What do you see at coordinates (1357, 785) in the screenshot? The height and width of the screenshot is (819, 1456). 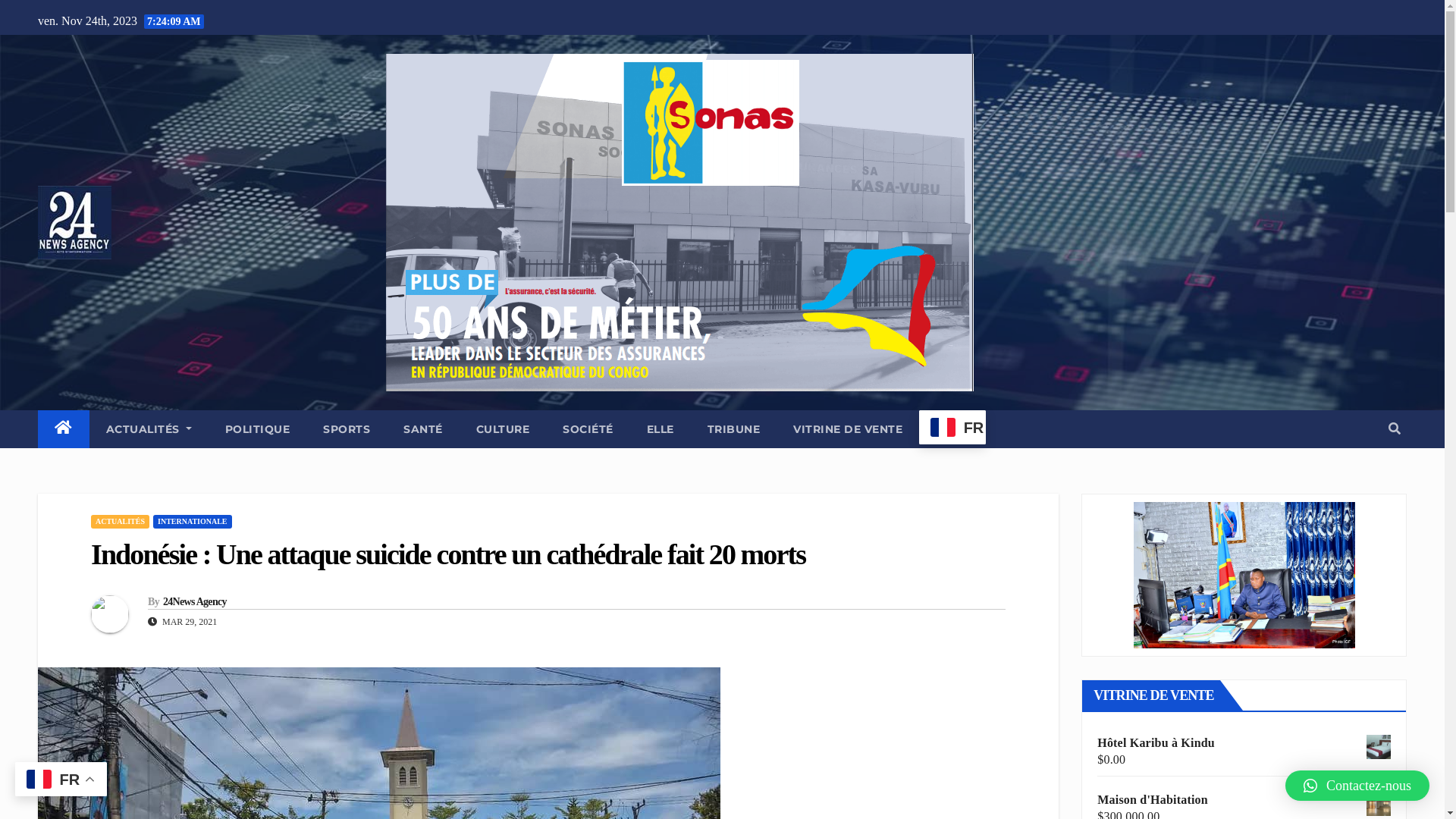 I see `'Contactez-nous'` at bounding box center [1357, 785].